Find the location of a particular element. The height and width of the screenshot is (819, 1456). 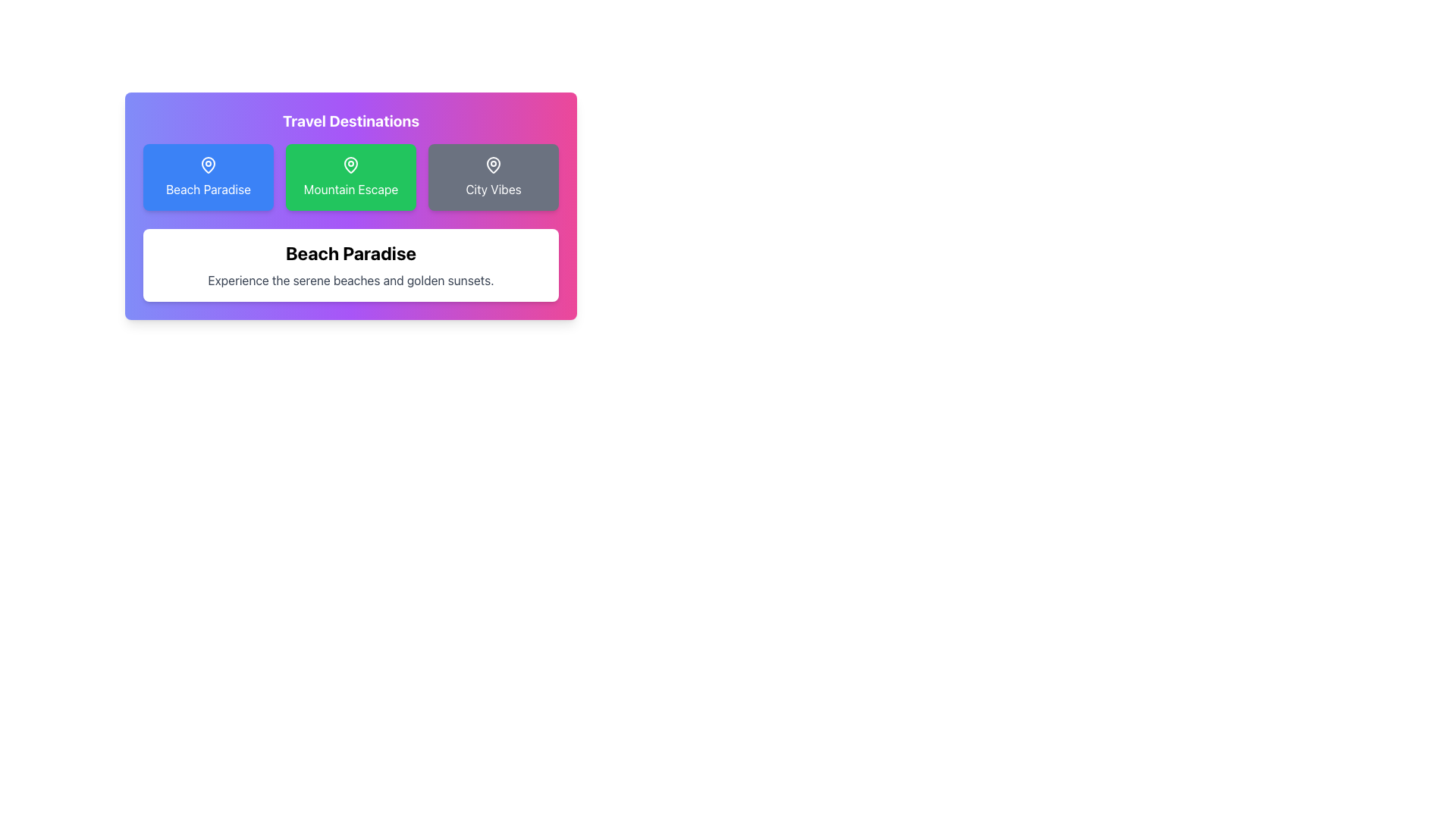

text content of the heading element that introduces the 'Beach Paradise' destination, positioned above the descriptive text is located at coordinates (350, 253).